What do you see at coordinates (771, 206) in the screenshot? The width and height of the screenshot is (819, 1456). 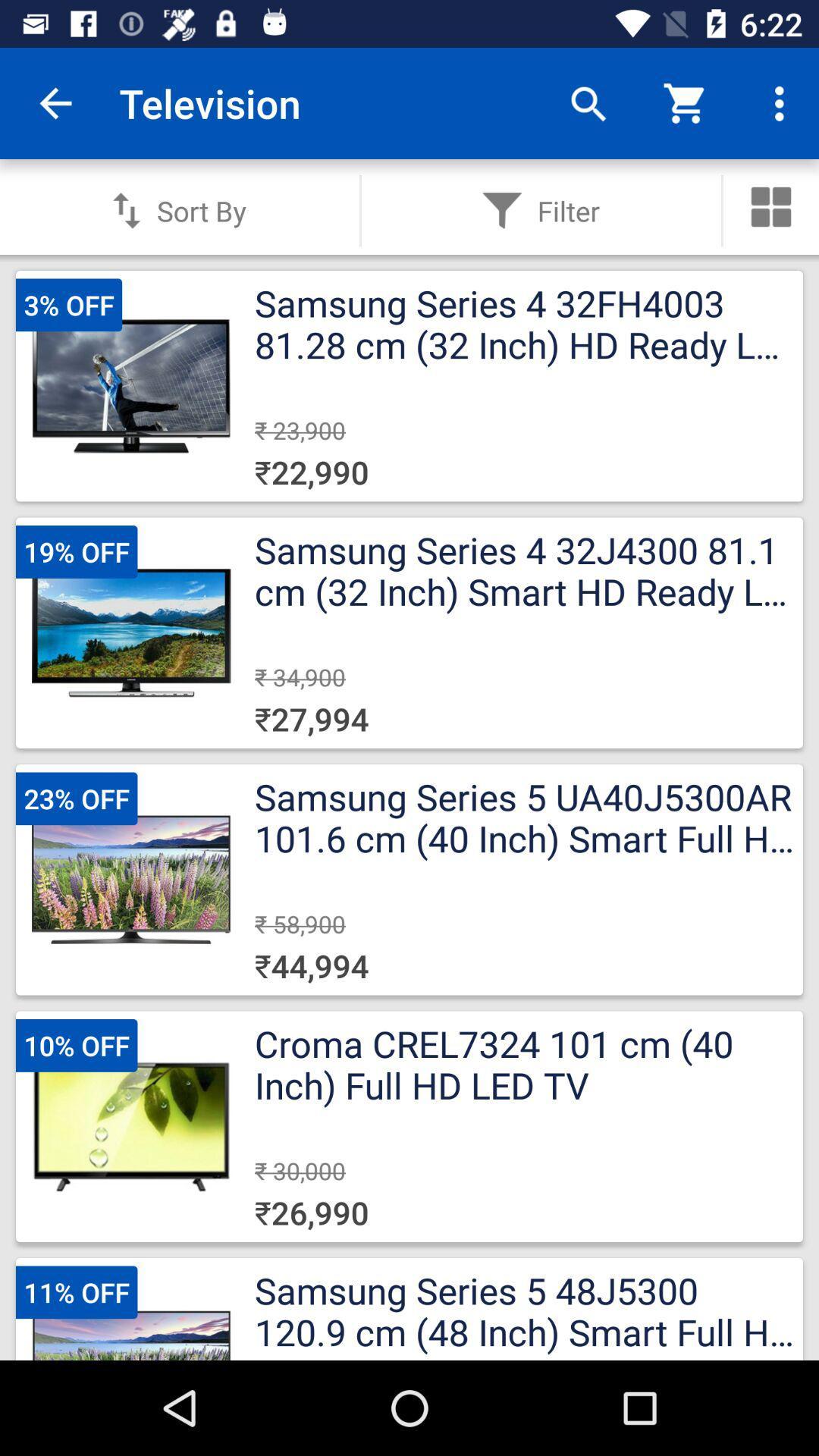 I see `more tools\` at bounding box center [771, 206].